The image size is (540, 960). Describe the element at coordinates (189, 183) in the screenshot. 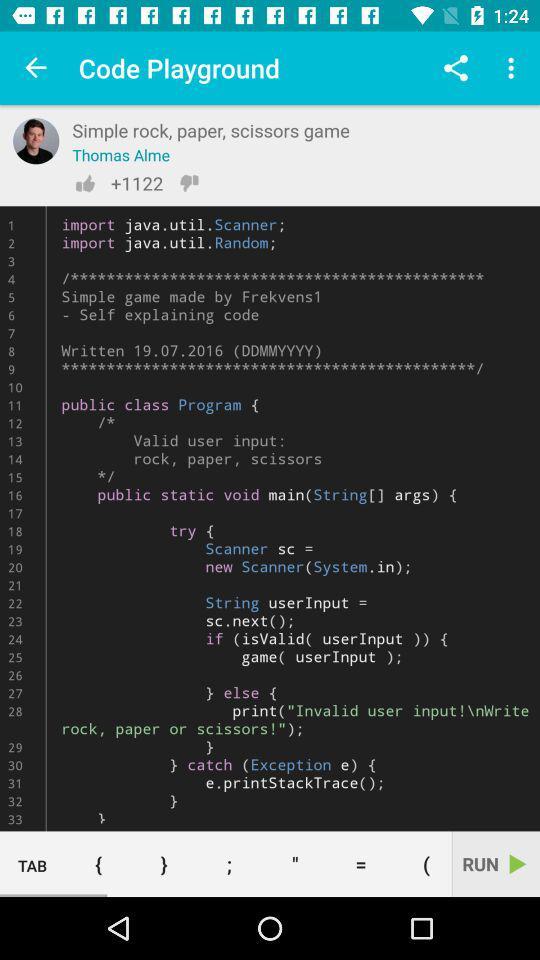

I see `dislike button` at that location.